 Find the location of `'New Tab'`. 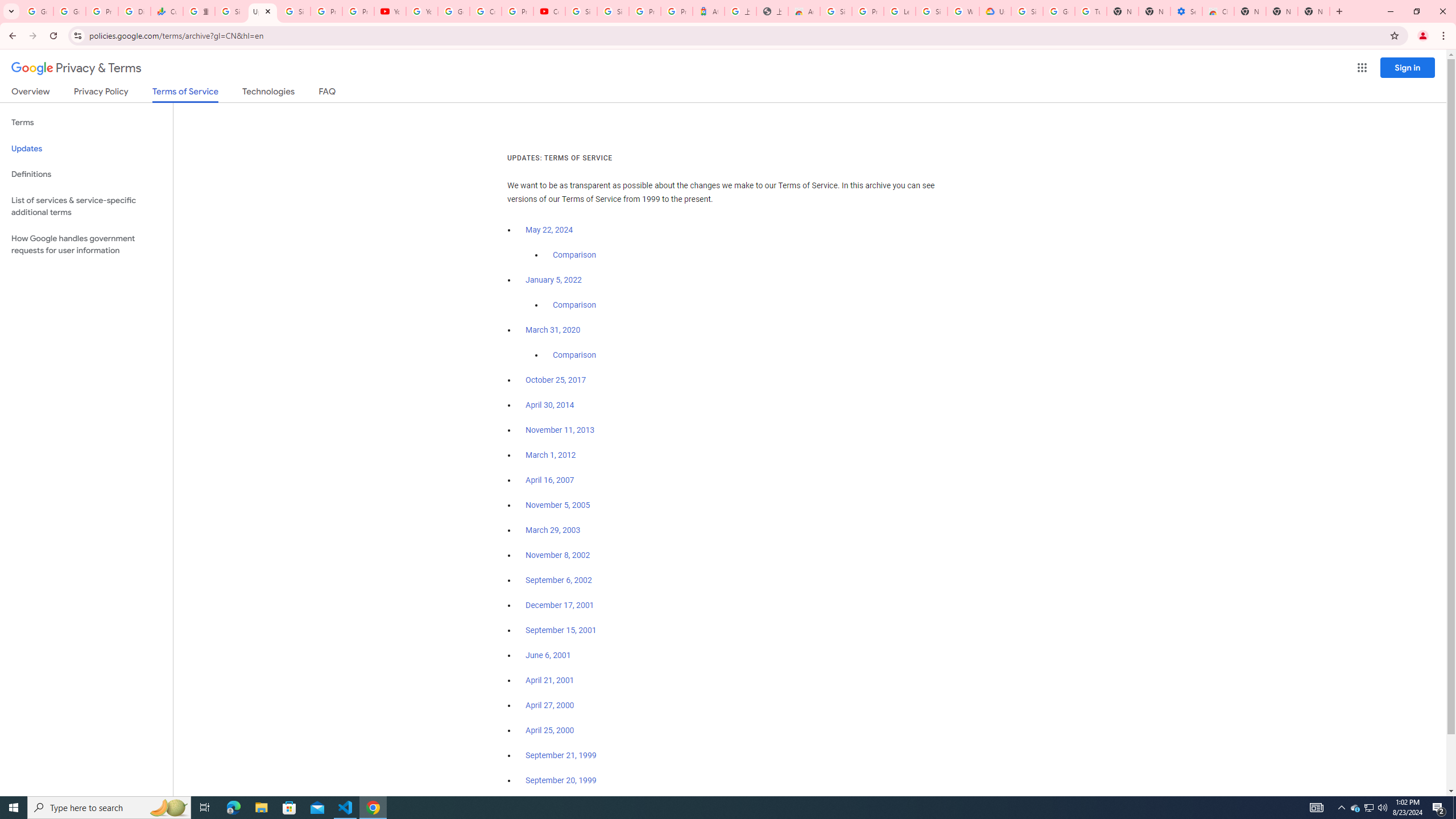

'New Tab' is located at coordinates (1250, 11).